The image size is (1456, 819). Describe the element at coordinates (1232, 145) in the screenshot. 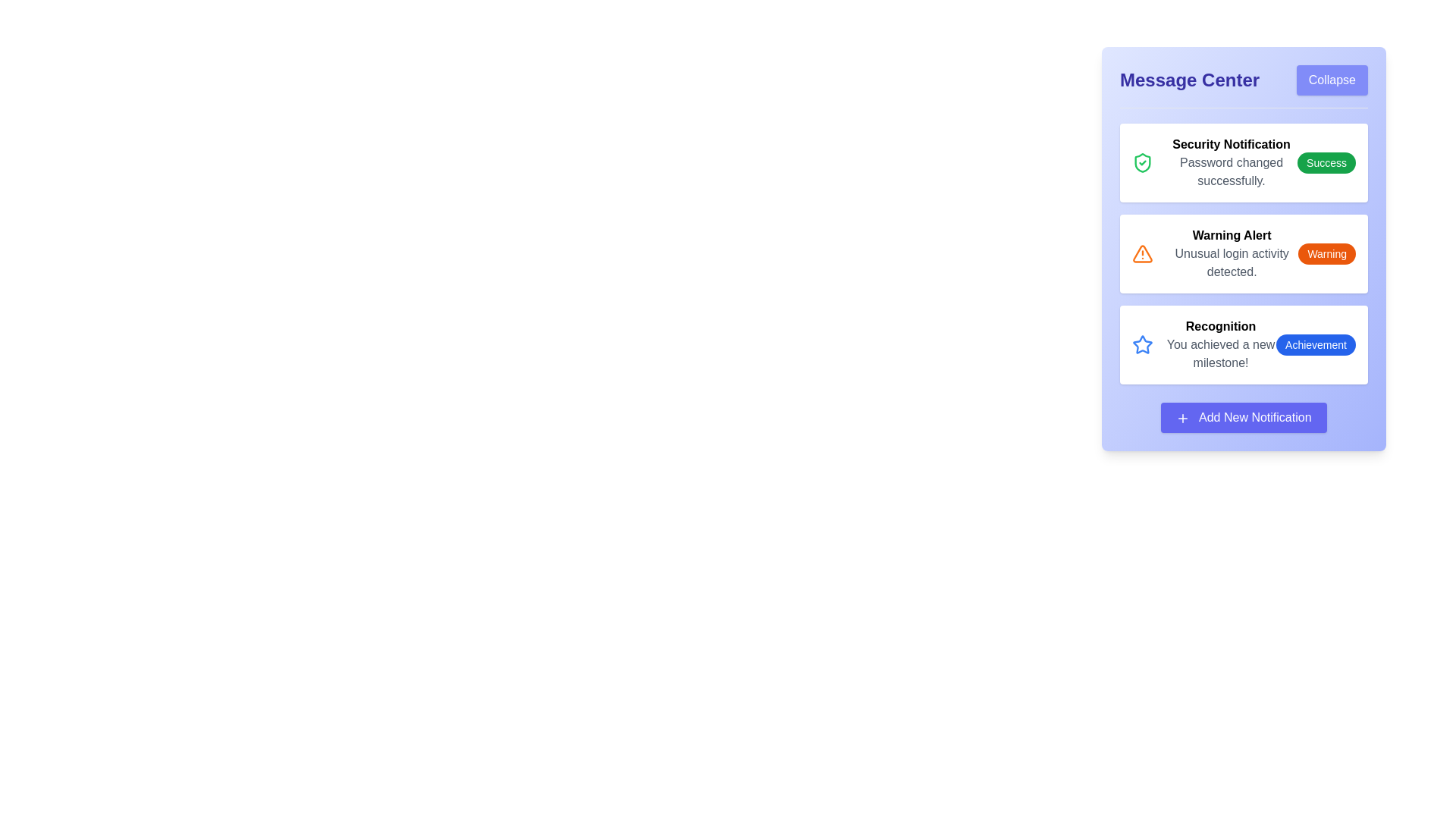

I see `the 'Security Notification' text label located at the top of the notification card in the Message Center section` at that location.